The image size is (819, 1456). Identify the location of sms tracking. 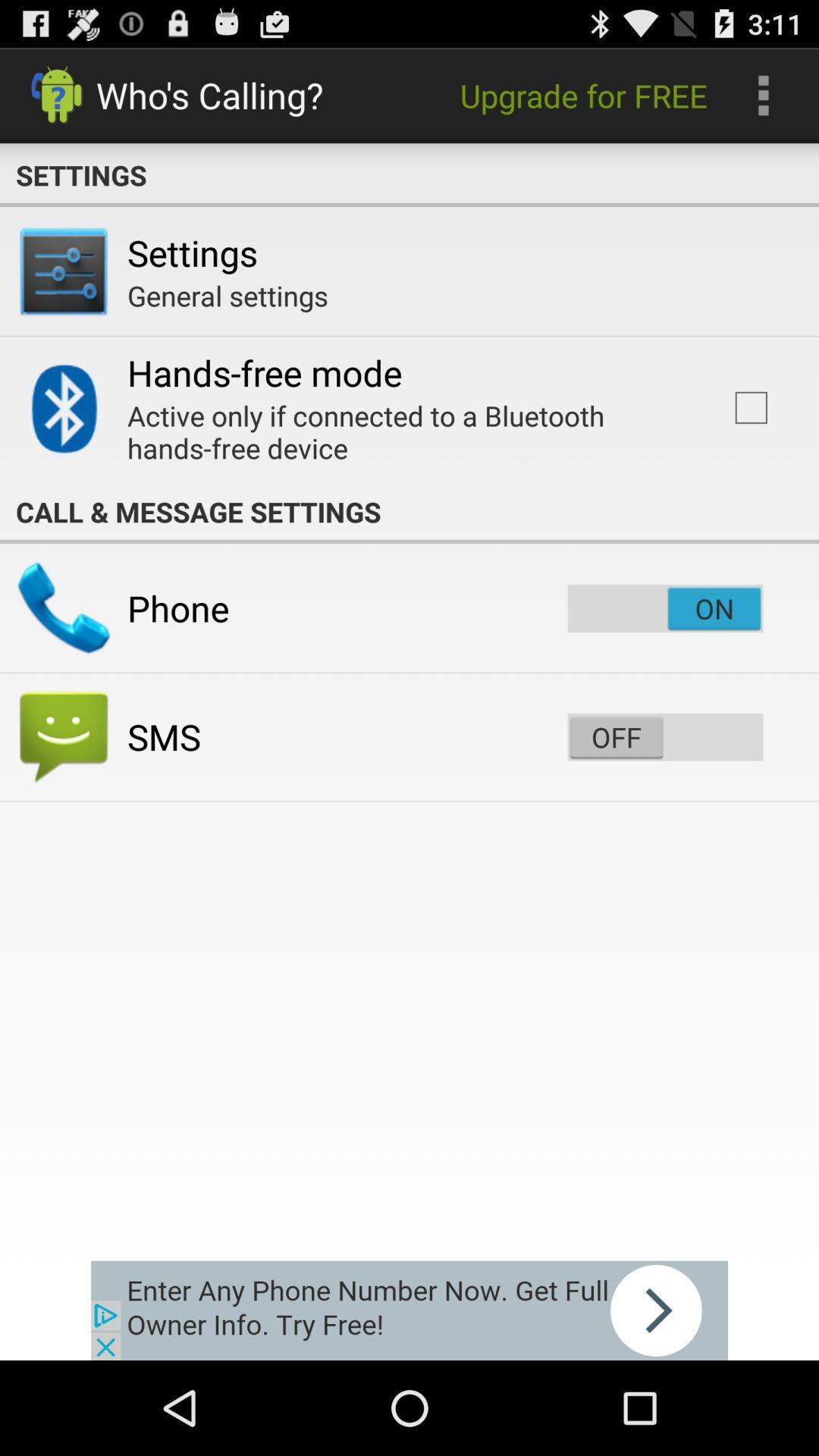
(664, 736).